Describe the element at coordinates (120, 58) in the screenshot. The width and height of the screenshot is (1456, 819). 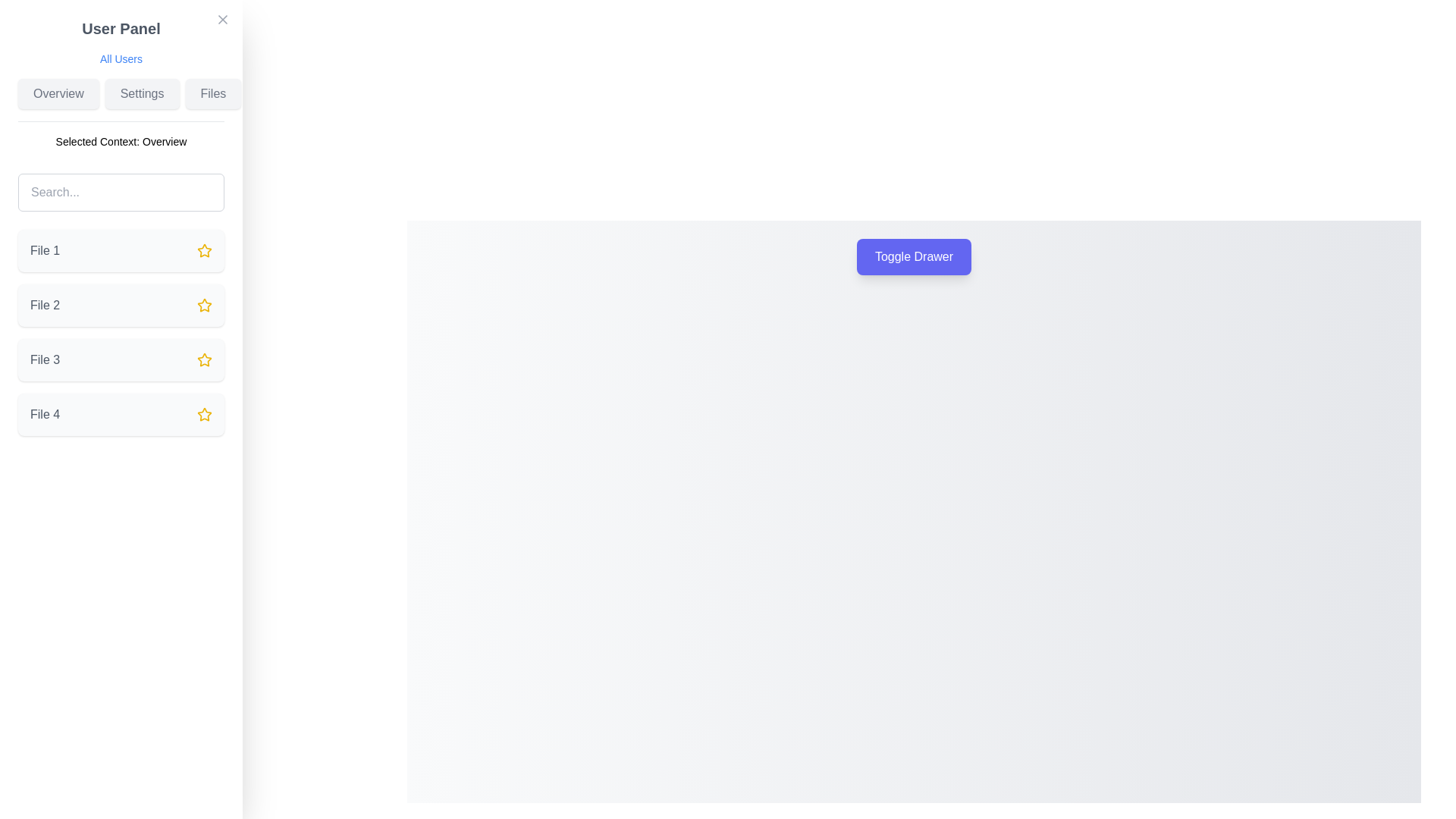
I see `the interactive text label 'All Users' styled in blue font, located within the User Panel, positioned below the 'User Panel' heading` at that location.